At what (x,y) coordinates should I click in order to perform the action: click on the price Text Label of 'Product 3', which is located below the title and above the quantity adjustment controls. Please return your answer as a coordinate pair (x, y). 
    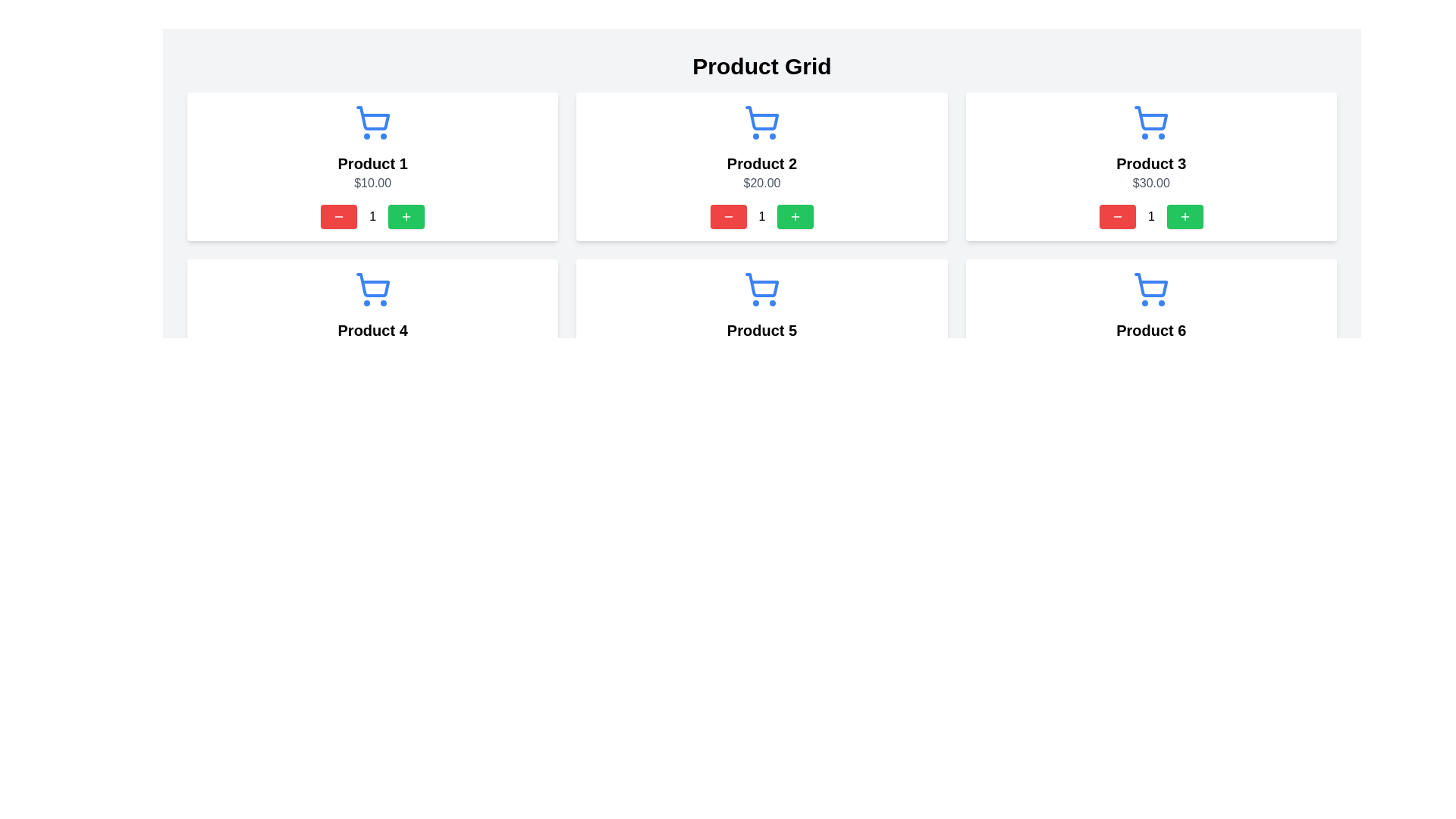
    Looking at the image, I should click on (1151, 183).